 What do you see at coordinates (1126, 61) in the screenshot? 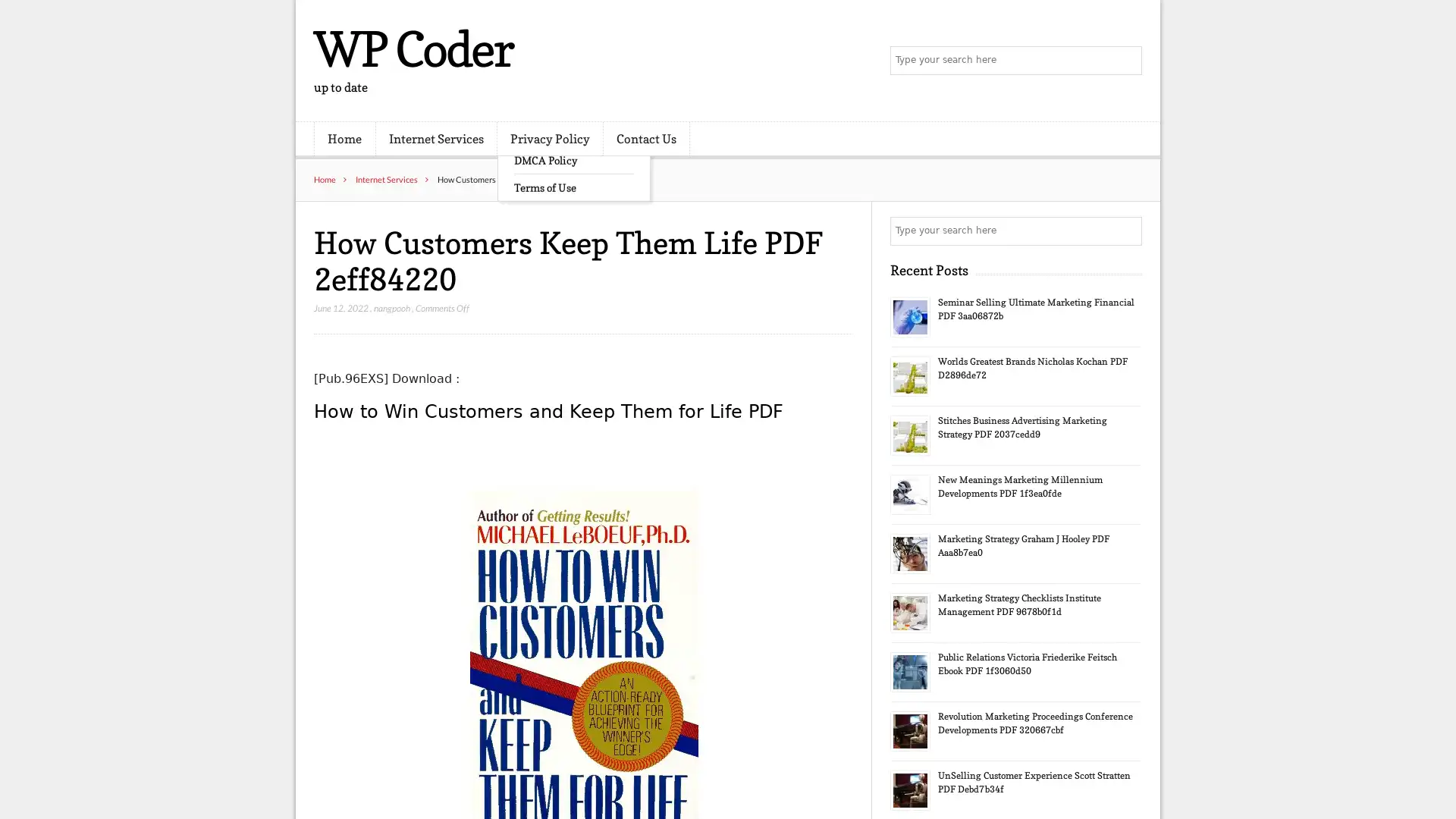
I see `Search` at bounding box center [1126, 61].